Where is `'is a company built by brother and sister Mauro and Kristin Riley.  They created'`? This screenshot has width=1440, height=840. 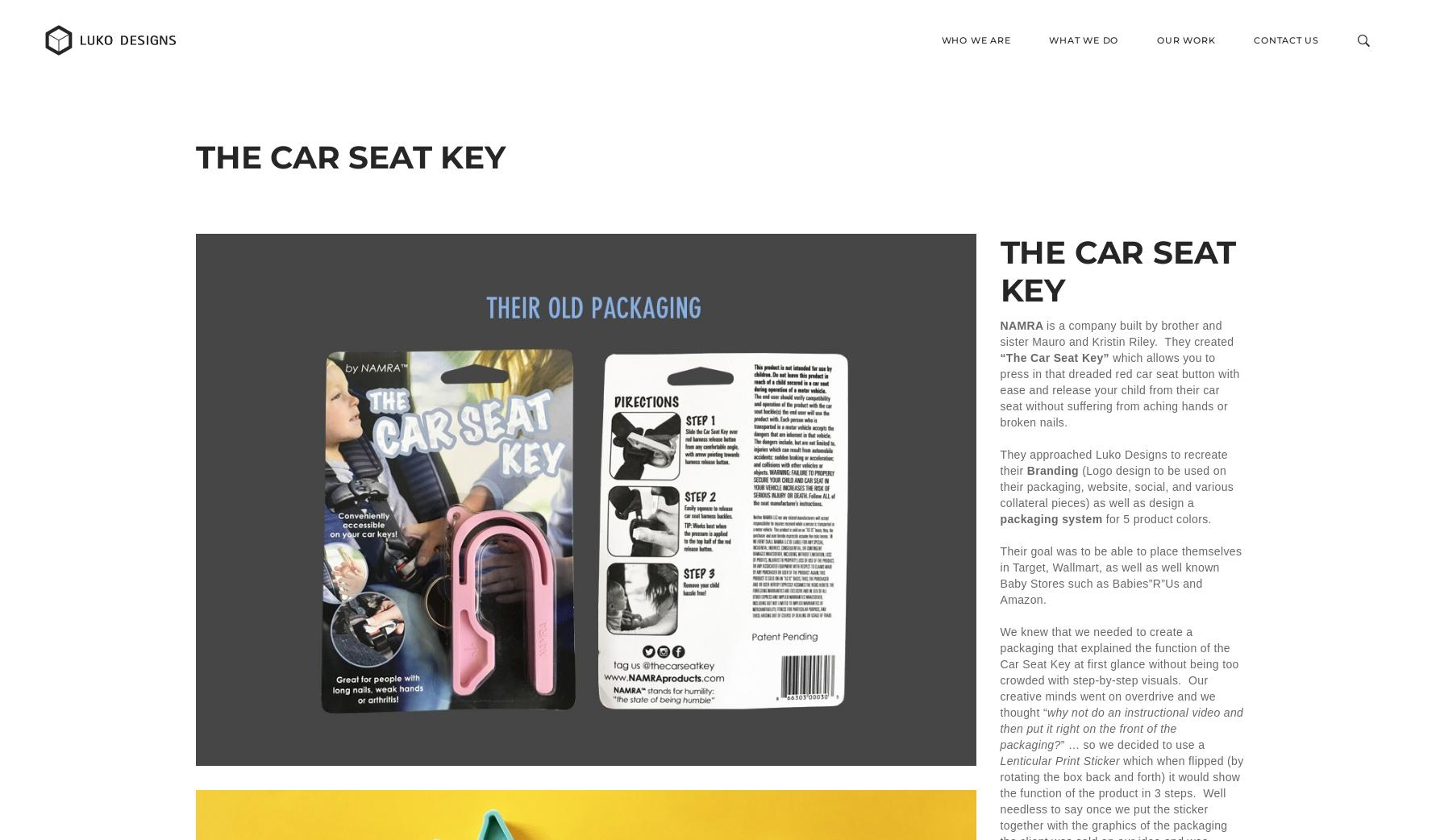 'is a company built by brother and sister Mauro and Kristin Riley.  They created' is located at coordinates (1116, 332).